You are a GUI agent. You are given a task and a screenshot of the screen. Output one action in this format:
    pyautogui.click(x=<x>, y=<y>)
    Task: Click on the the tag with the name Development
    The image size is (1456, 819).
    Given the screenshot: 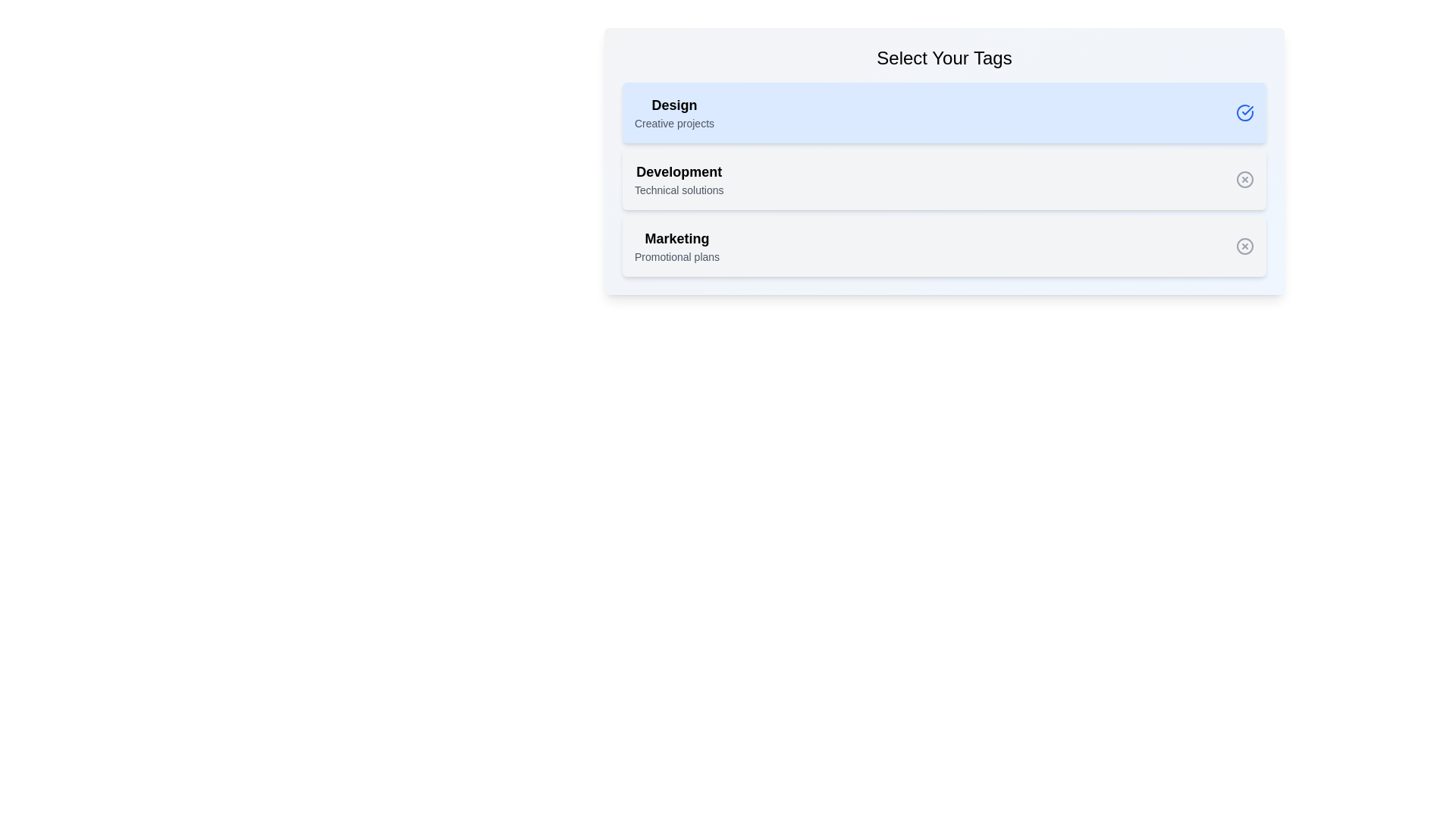 What is the action you would take?
    pyautogui.click(x=678, y=178)
    